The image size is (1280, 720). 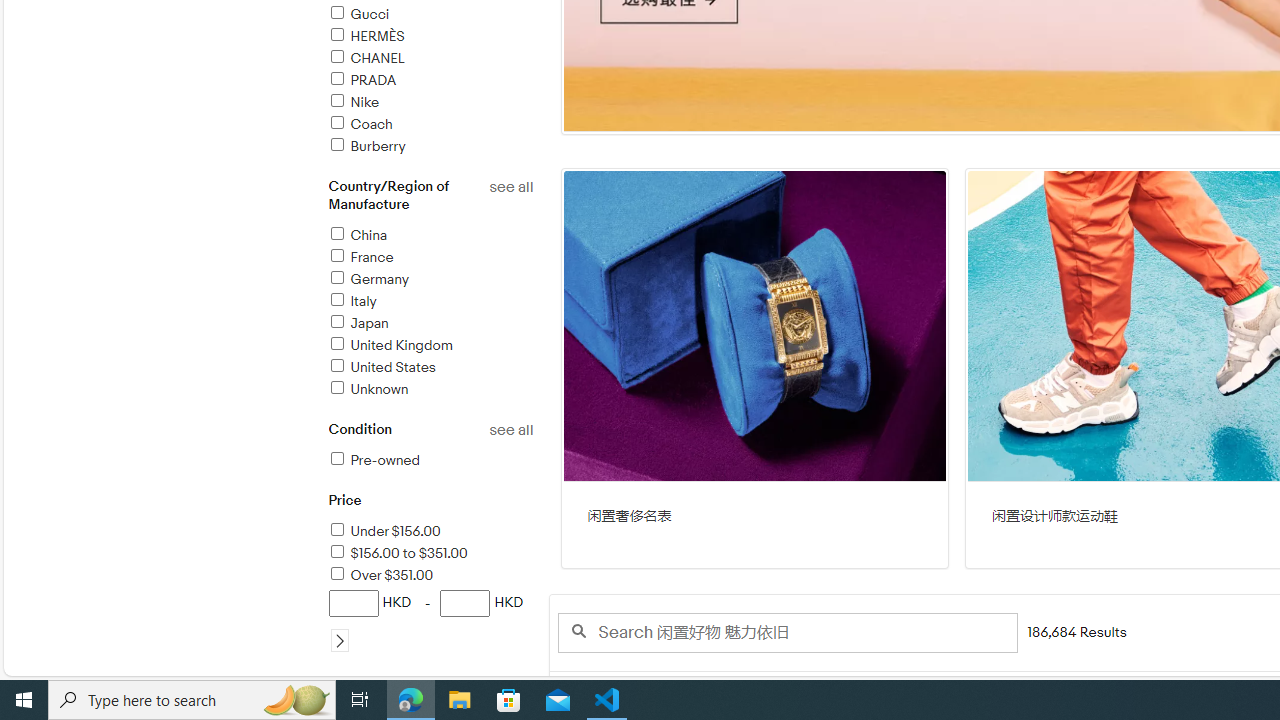 I want to click on 'Submit price range', so click(x=339, y=640).